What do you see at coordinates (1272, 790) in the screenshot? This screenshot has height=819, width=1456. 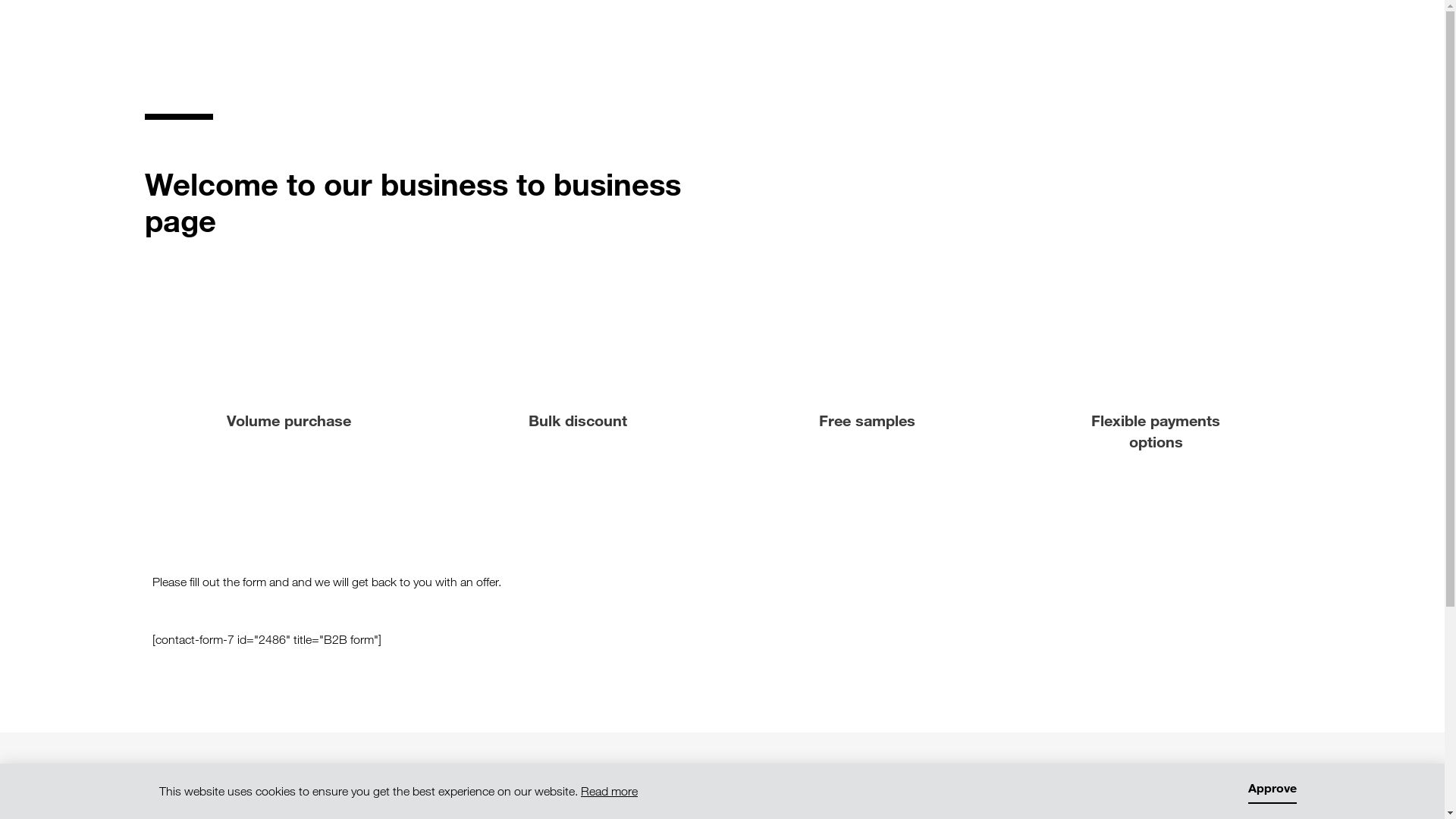 I see `'Approve'` at bounding box center [1272, 790].